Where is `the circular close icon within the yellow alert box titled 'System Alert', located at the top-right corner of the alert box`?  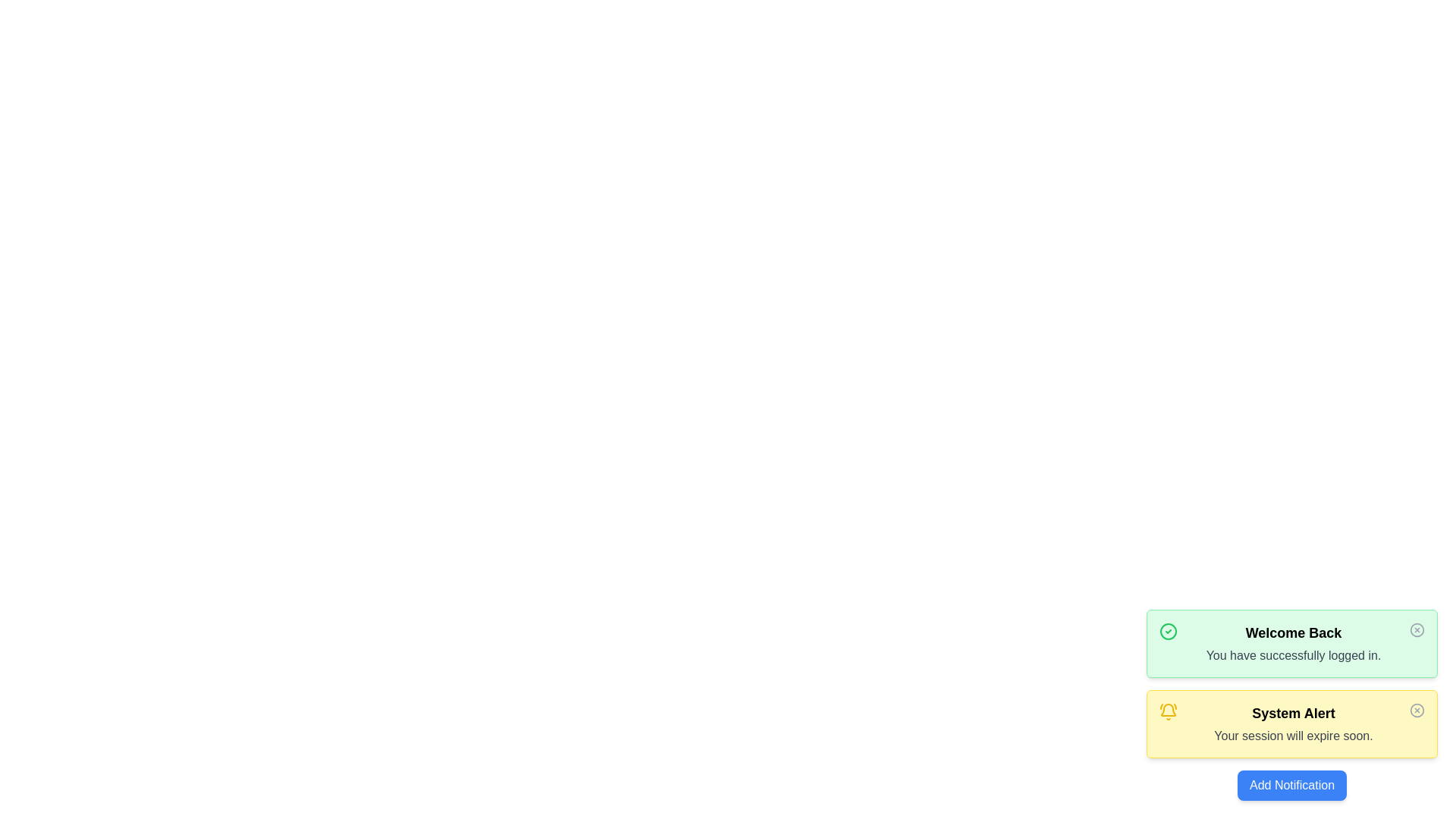 the circular close icon within the yellow alert box titled 'System Alert', located at the top-right corner of the alert box is located at coordinates (1416, 711).